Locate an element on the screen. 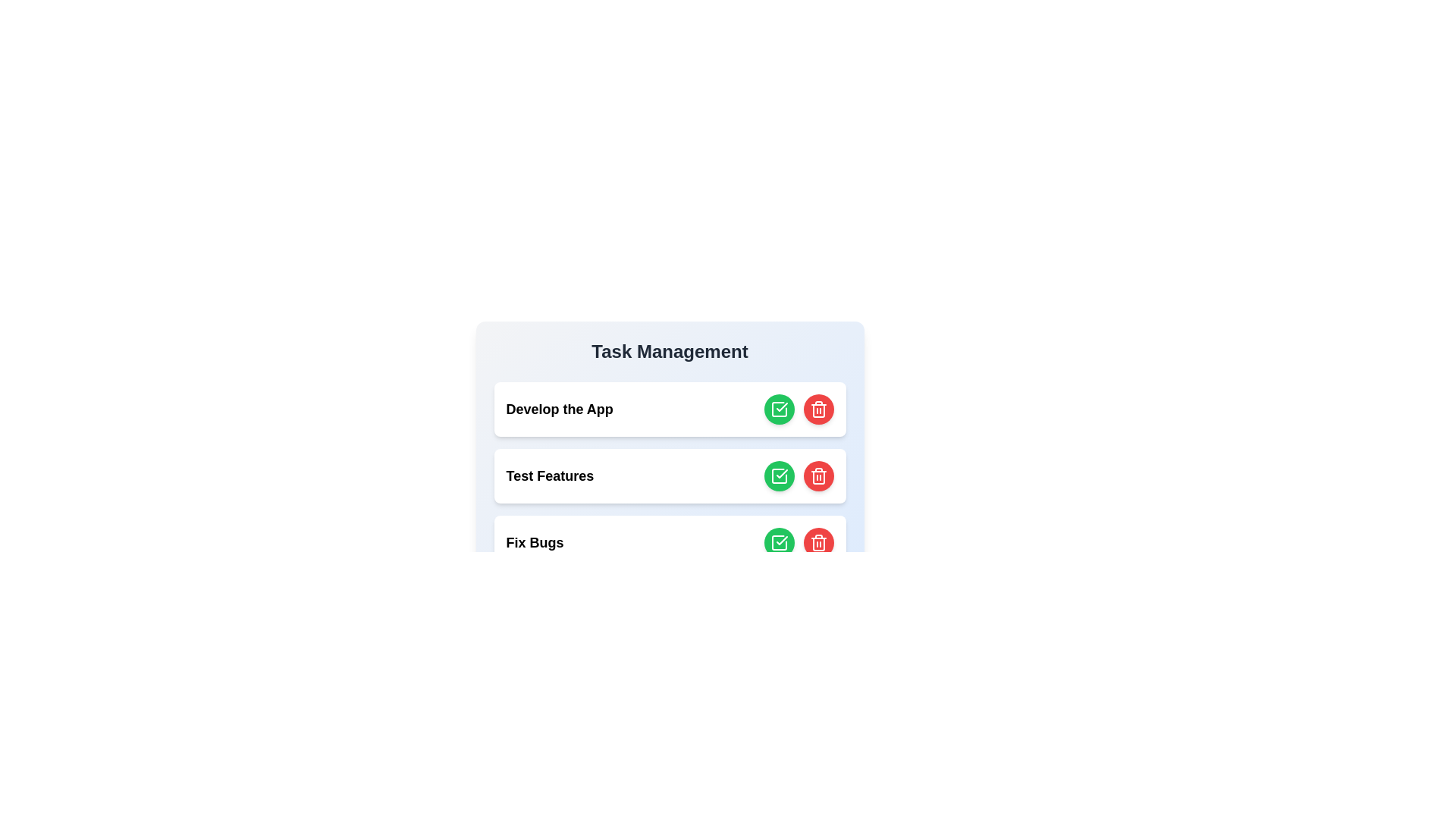  delete button for the task named Develop the App is located at coordinates (817, 409).